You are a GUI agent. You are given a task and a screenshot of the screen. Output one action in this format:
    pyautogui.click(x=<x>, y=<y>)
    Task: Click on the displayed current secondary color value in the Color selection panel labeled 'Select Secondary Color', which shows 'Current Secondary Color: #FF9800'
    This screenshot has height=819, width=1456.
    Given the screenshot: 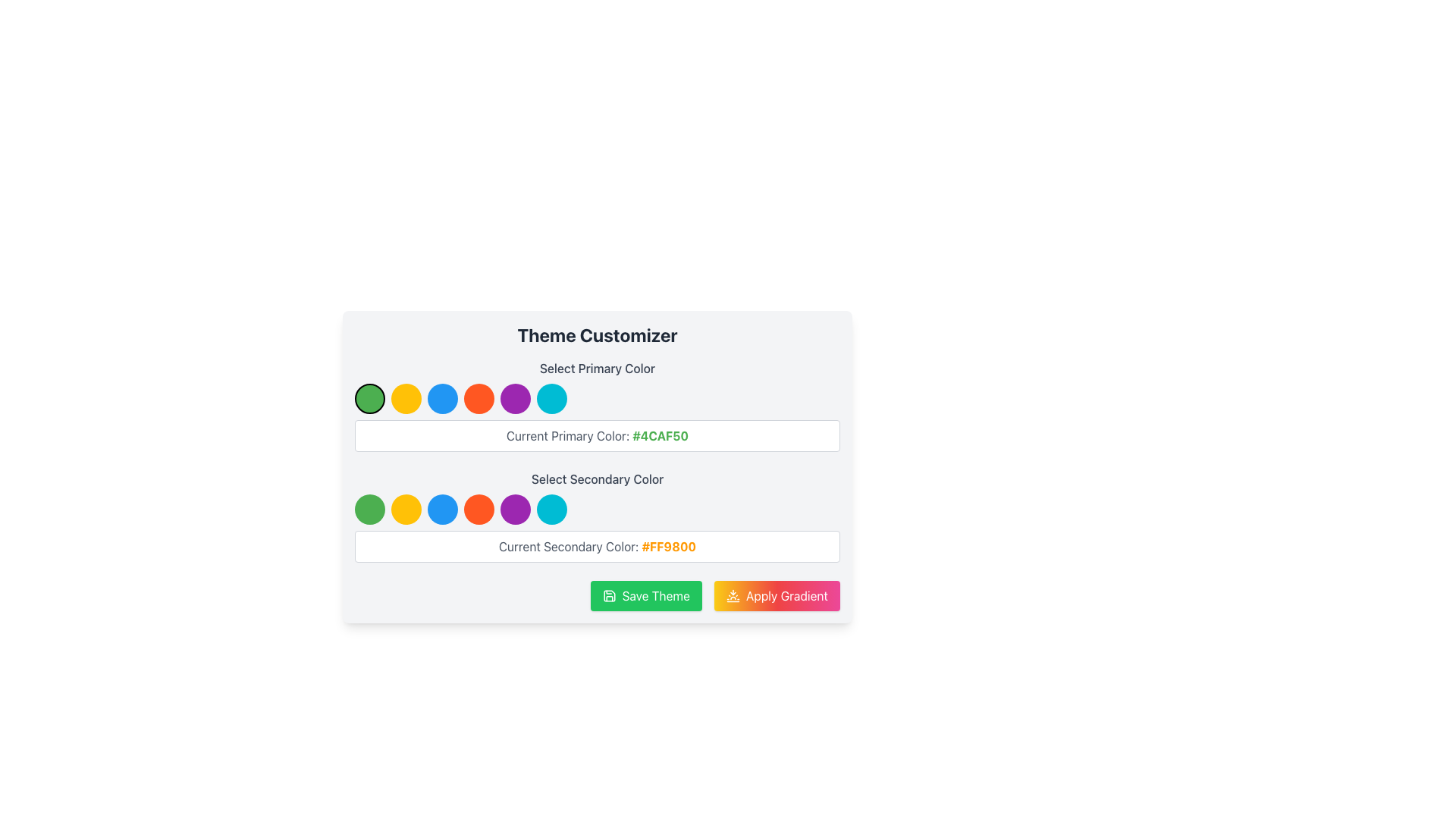 What is the action you would take?
    pyautogui.click(x=596, y=516)
    